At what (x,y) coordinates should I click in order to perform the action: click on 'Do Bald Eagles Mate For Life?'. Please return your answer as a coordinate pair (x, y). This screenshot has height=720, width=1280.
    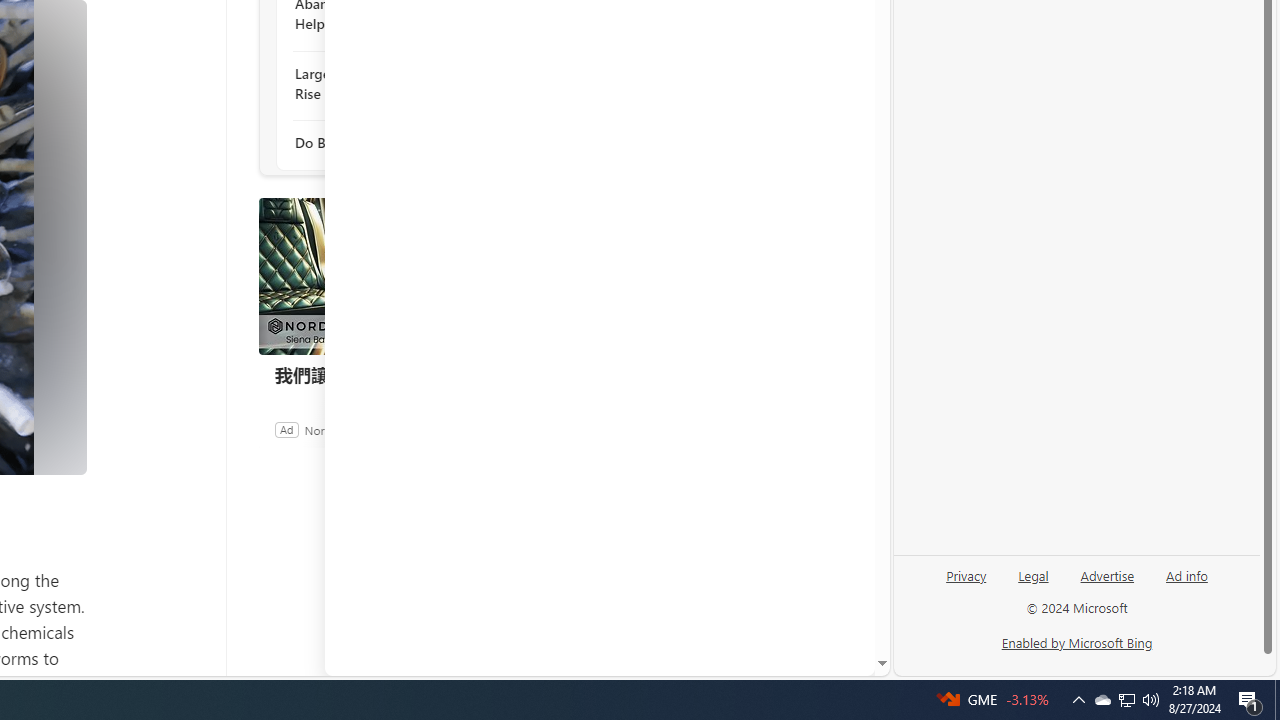
    Looking at the image, I should click on (402, 142).